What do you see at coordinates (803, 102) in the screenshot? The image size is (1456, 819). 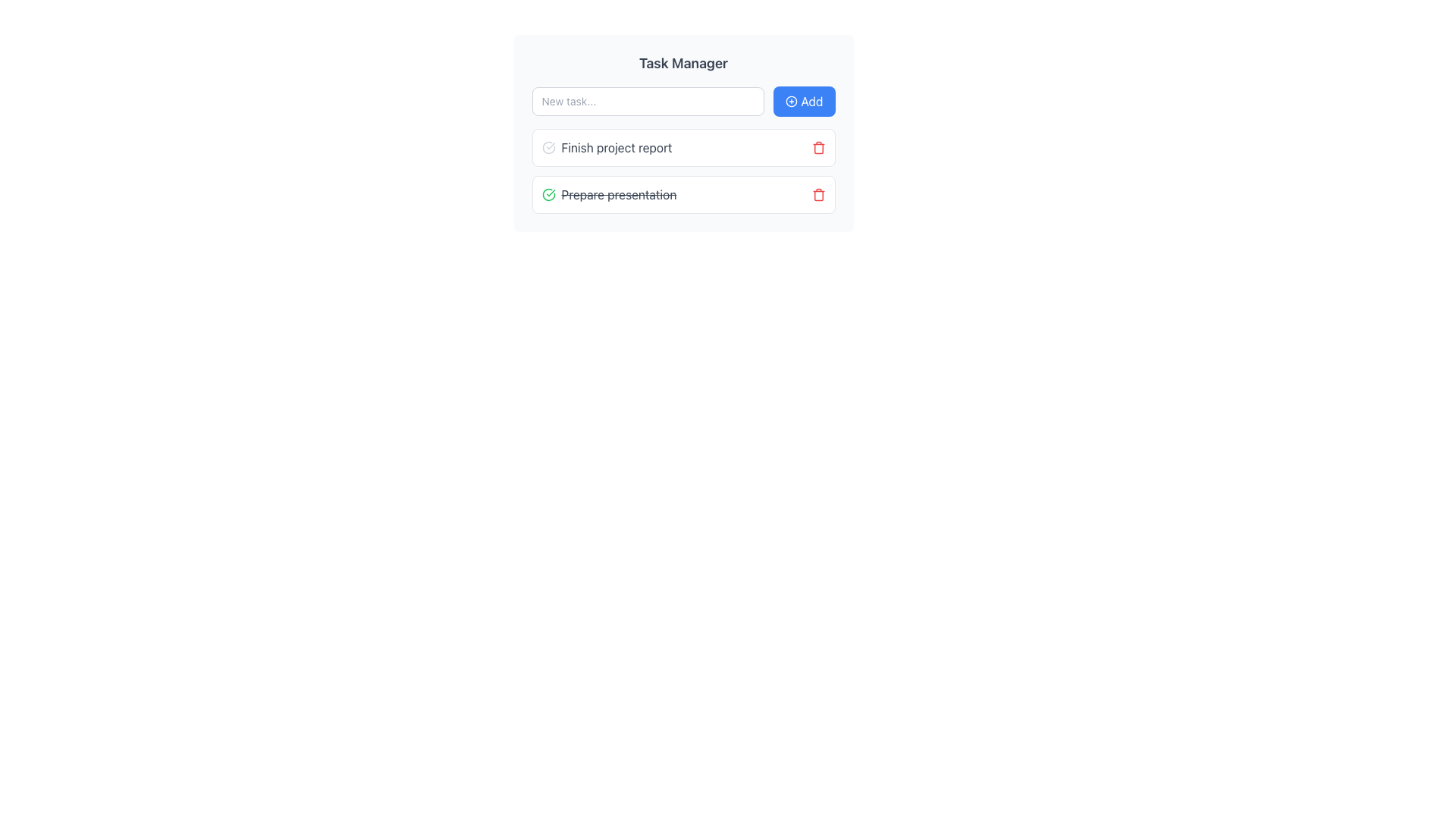 I see `the 'Add' button located in the top-right corner of the grouping, which has a blue background and white text with a plus icon, to initiate the add action` at bounding box center [803, 102].